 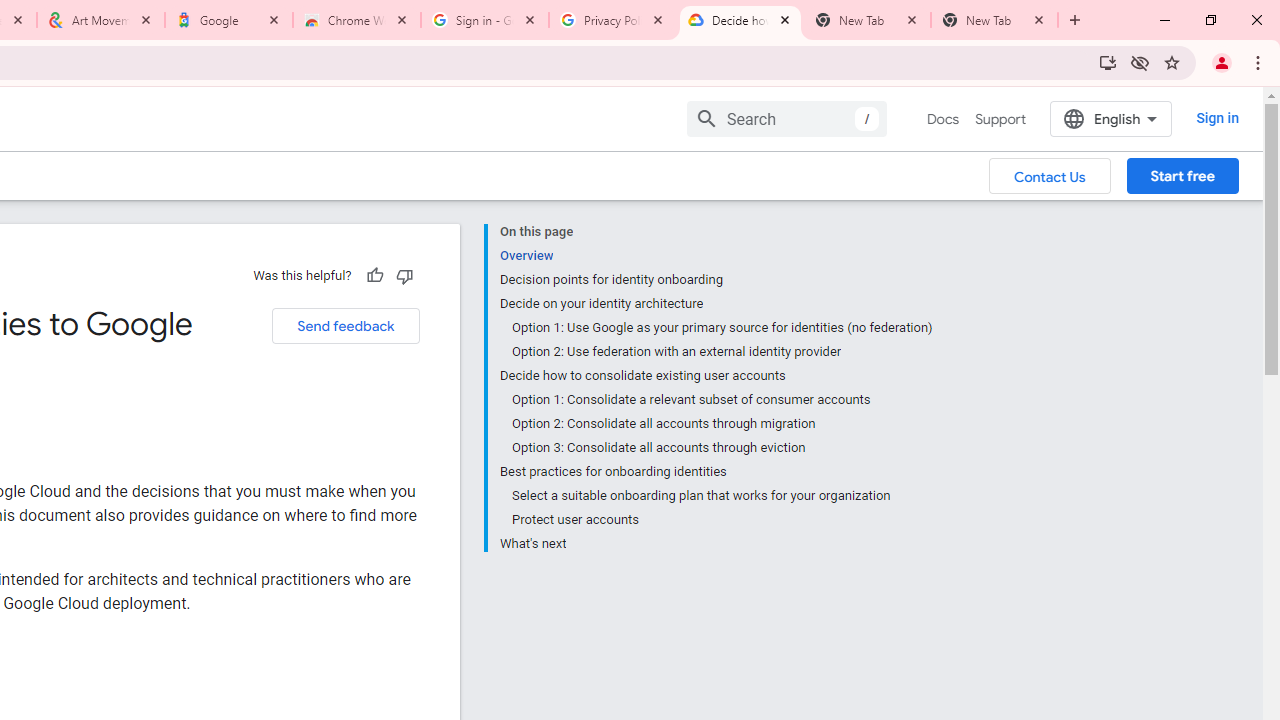 What do you see at coordinates (720, 447) in the screenshot?
I see `'Option 3: Consolidate all accounts through eviction'` at bounding box center [720, 447].